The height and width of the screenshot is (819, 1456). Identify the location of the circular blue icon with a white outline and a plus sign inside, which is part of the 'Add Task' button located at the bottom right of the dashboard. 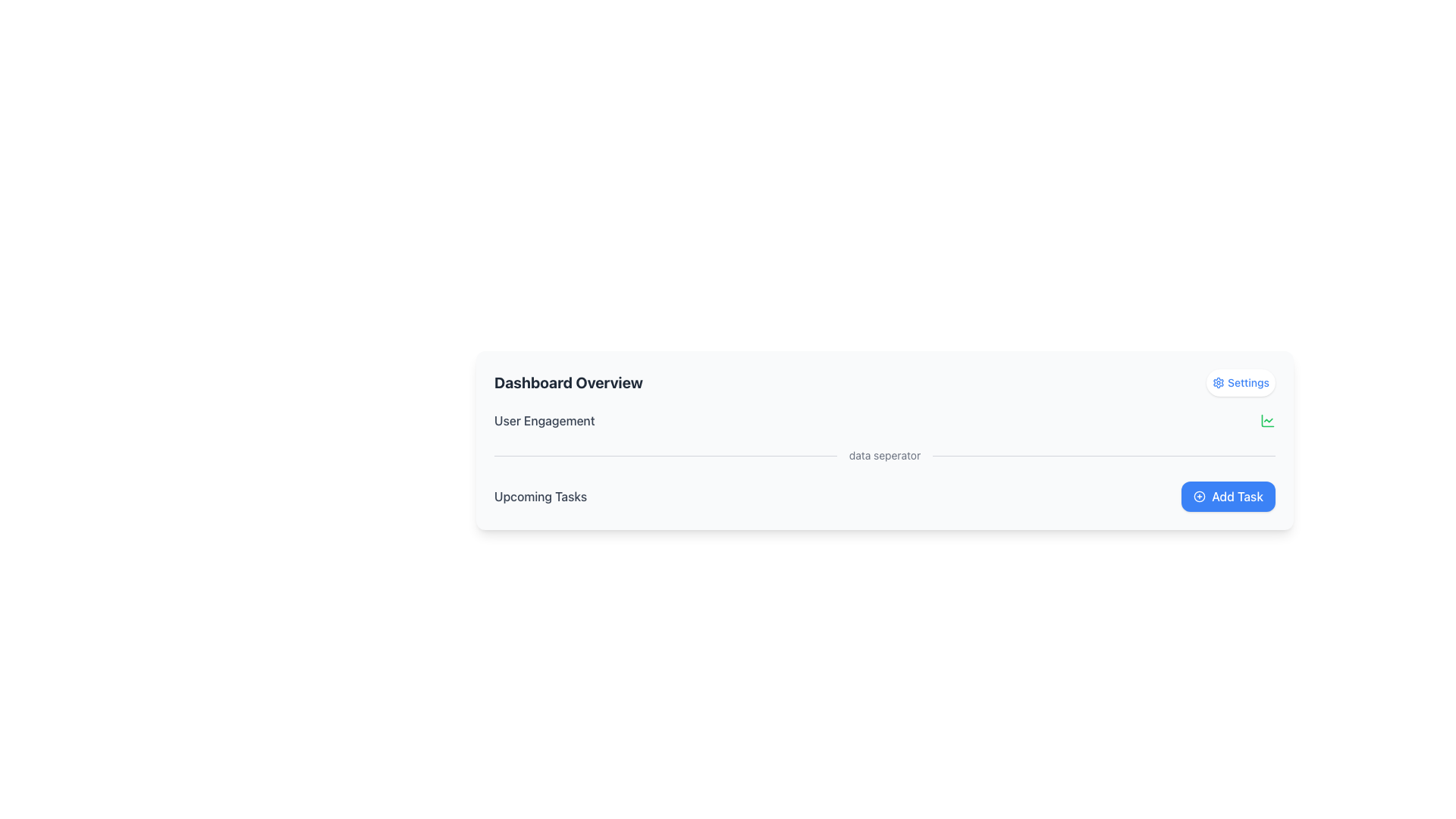
(1199, 497).